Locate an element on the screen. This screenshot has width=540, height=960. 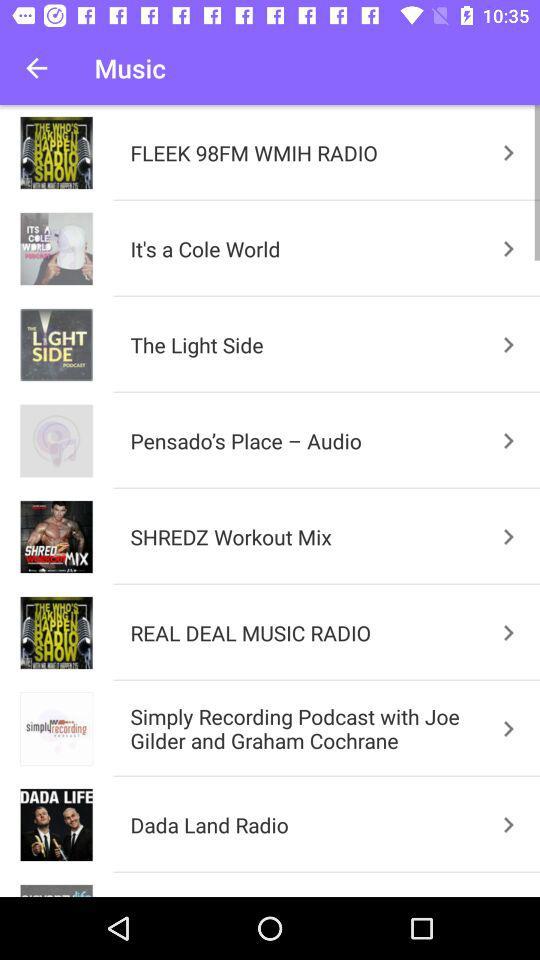
the image which is left hand side of shredz workout mix is located at coordinates (56, 536).